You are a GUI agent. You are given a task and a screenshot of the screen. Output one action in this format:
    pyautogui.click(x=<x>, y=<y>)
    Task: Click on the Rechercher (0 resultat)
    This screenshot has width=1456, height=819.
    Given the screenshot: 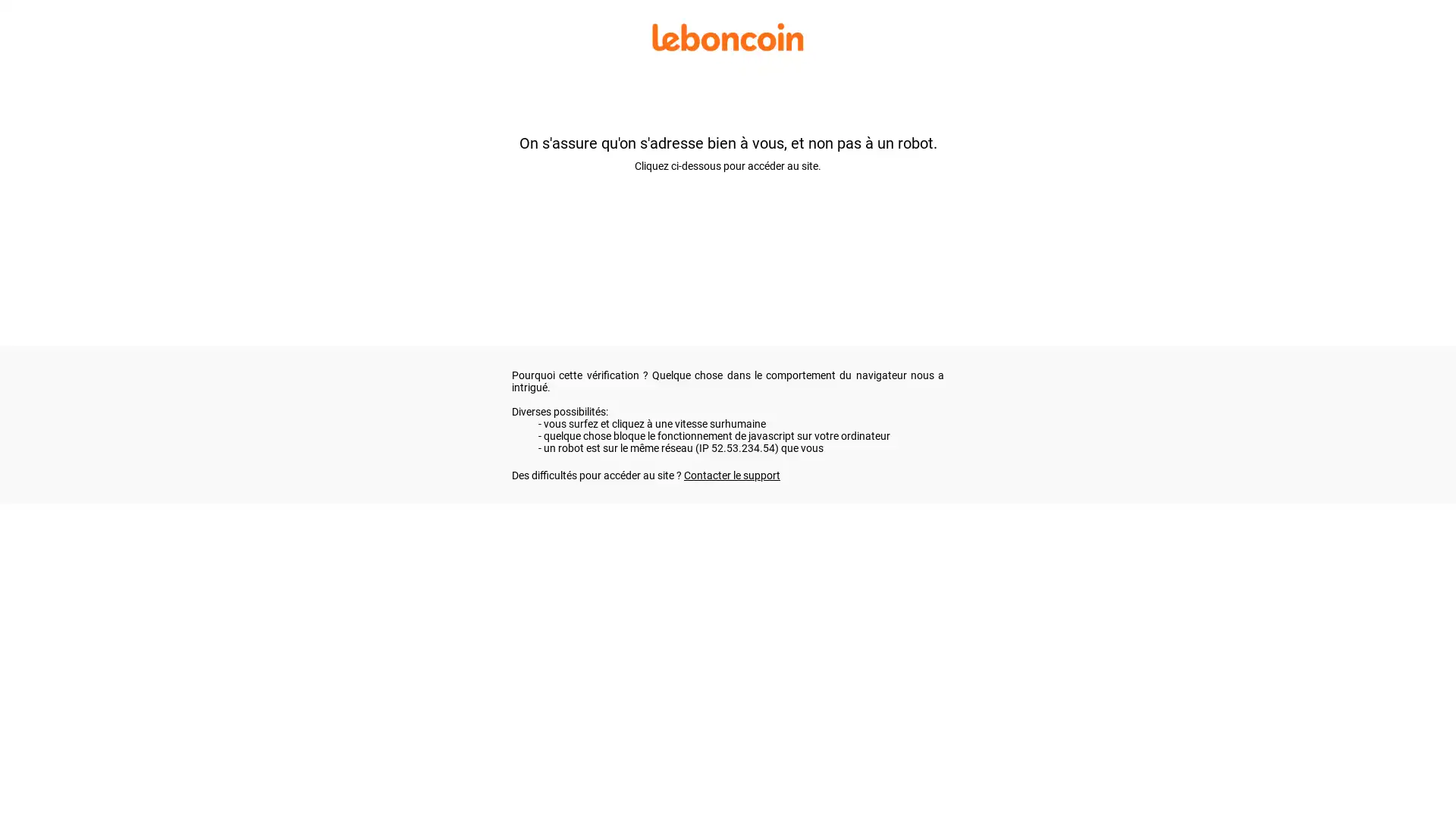 What is the action you would take?
    pyautogui.click(x=726, y=275)
    